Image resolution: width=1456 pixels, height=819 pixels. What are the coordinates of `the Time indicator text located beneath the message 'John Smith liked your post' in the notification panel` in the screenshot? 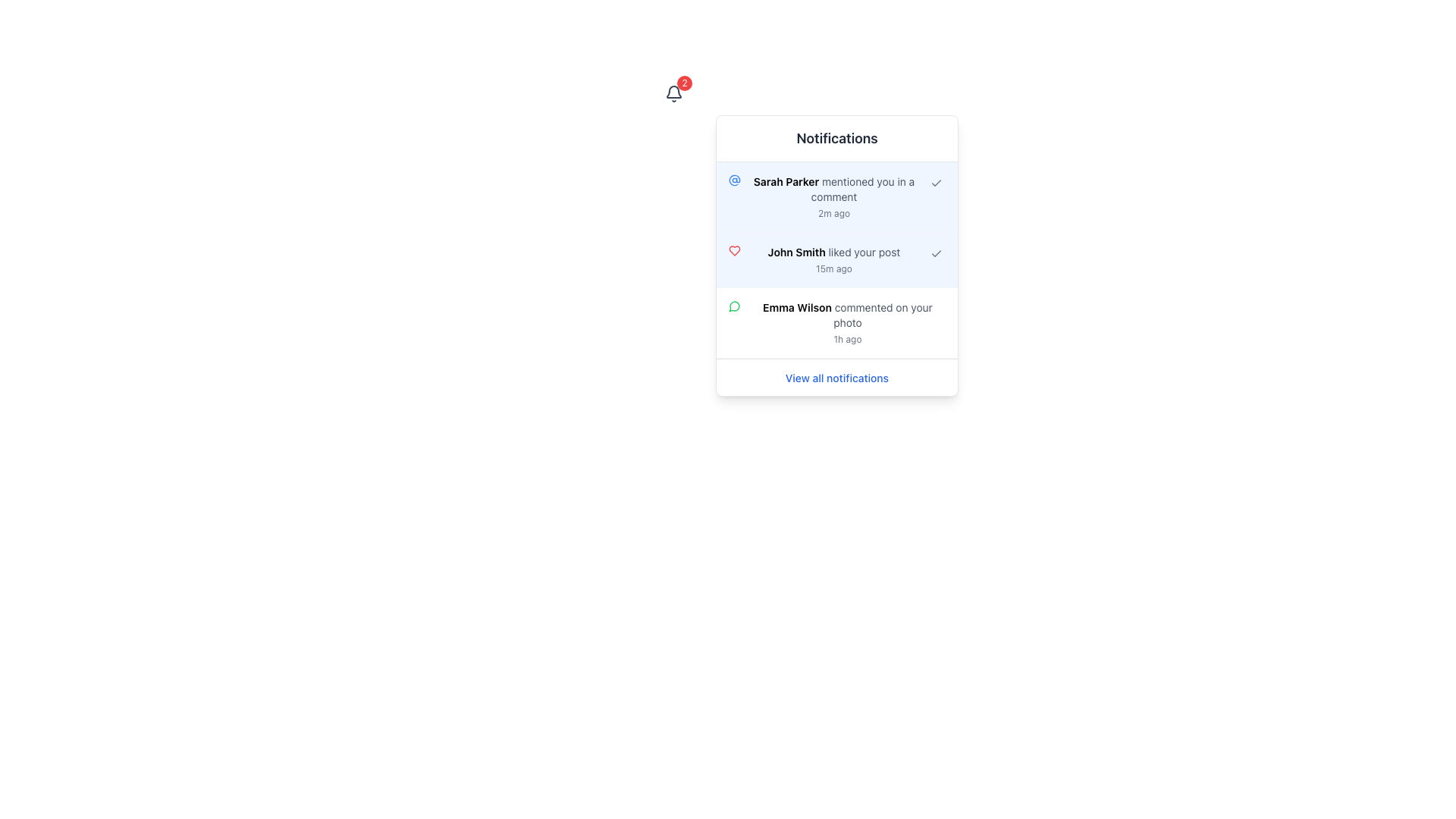 It's located at (833, 268).